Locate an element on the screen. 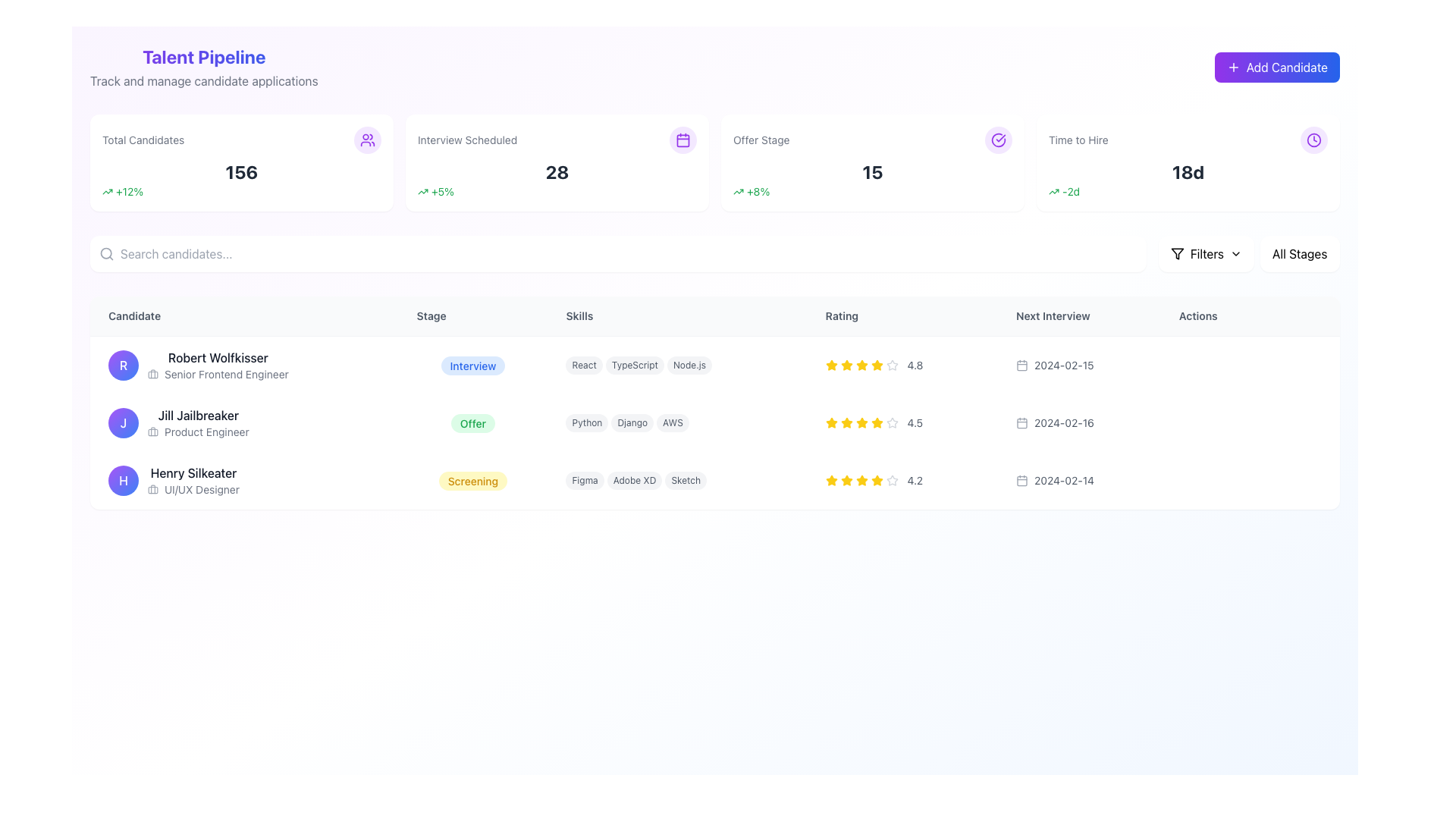 The image size is (1456, 819). the circular icon with a light purple background and two human figures in darker purple, located in the 'Total Candidates' card, to the right of the numeric count '156' is located at coordinates (367, 140).